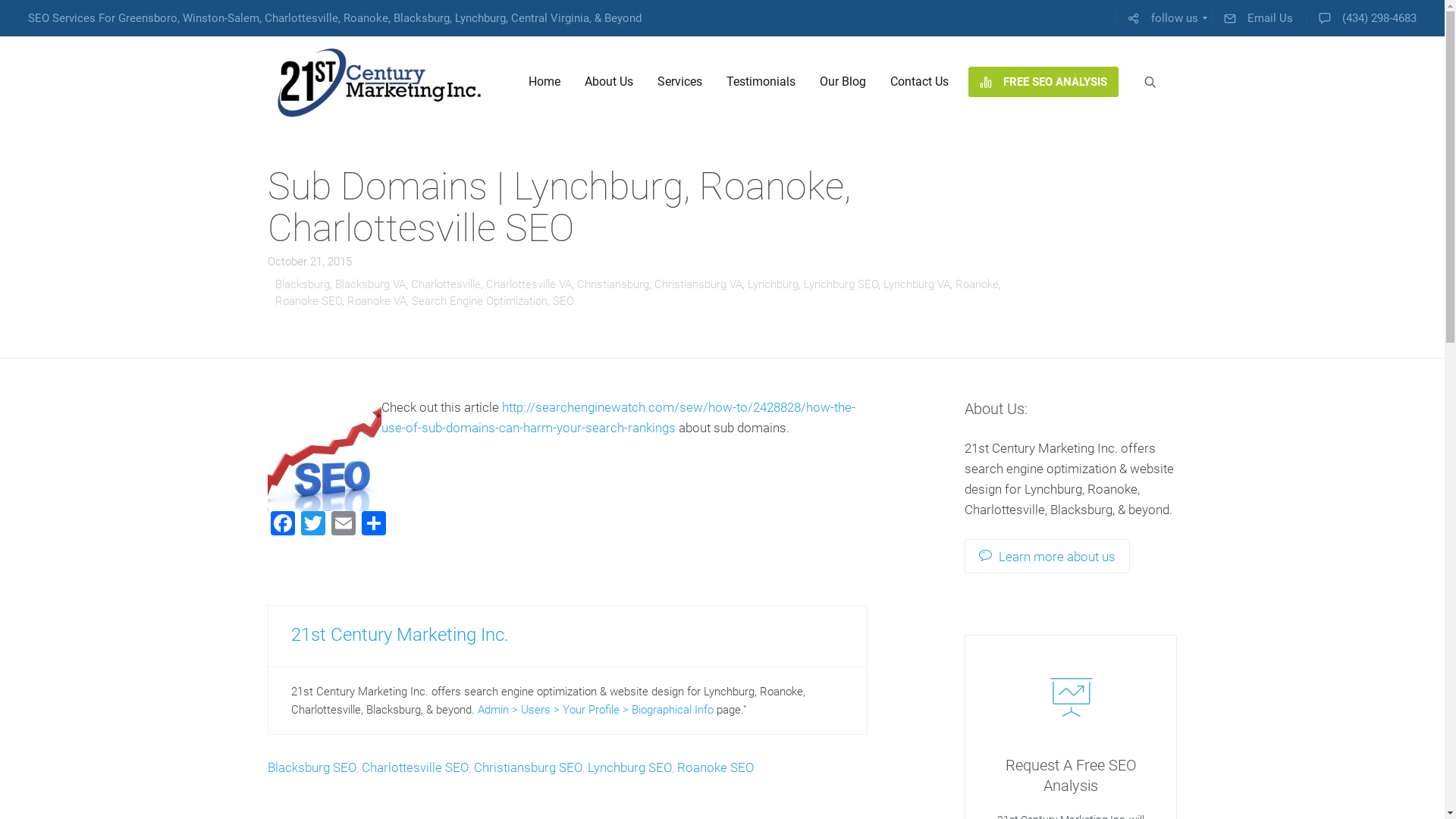  What do you see at coordinates (697, 284) in the screenshot?
I see `'Christiansburg VA'` at bounding box center [697, 284].